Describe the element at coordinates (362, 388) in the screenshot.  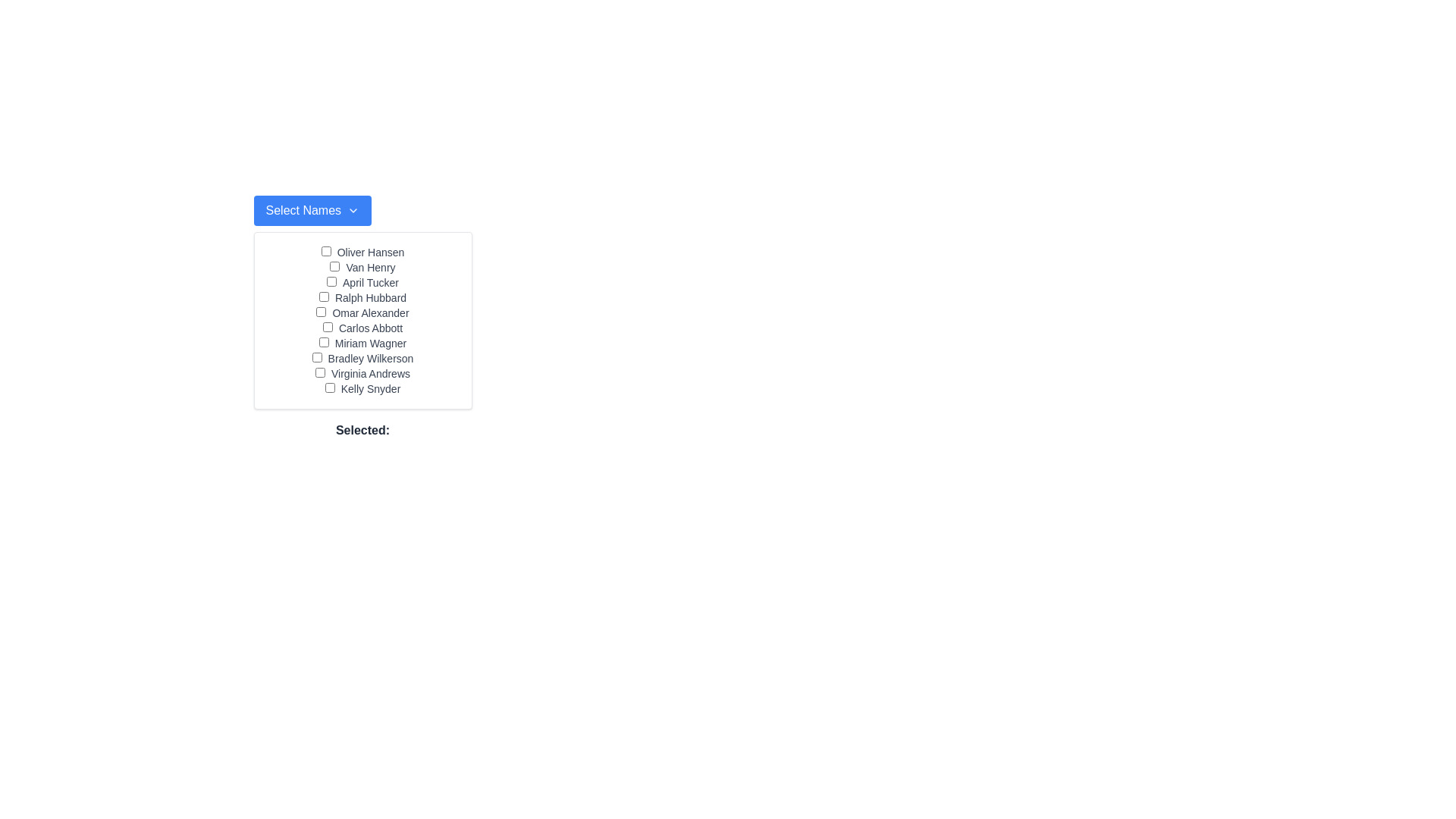
I see `the label displaying 'Kelly Snyder', which is a smaller gray font next to the checkbox in the 'Select Names' list` at that location.